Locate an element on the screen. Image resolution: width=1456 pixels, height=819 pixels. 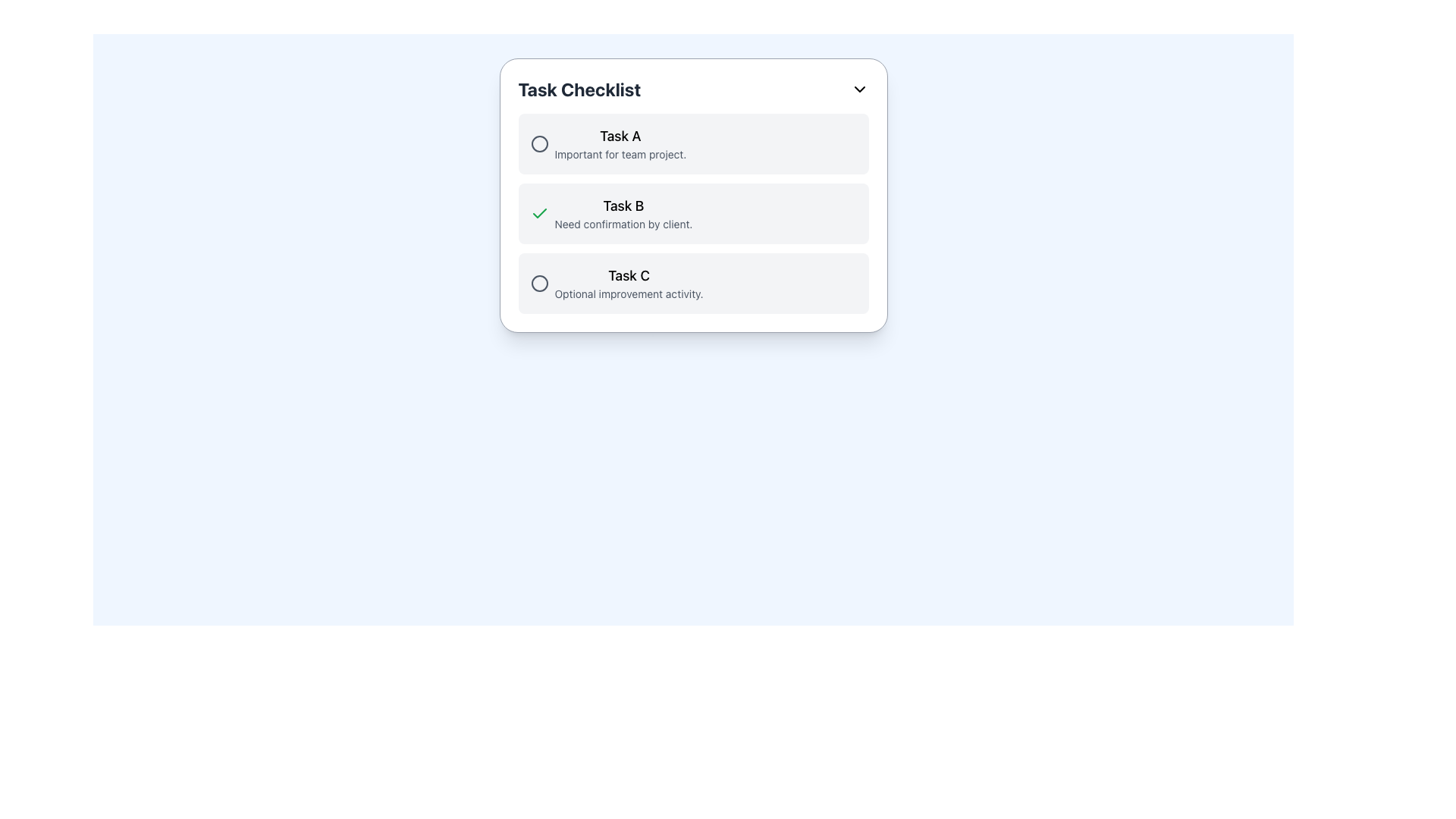
the third checklist item titled 'Task C' located under the 'Task Checklist' section is located at coordinates (692, 284).